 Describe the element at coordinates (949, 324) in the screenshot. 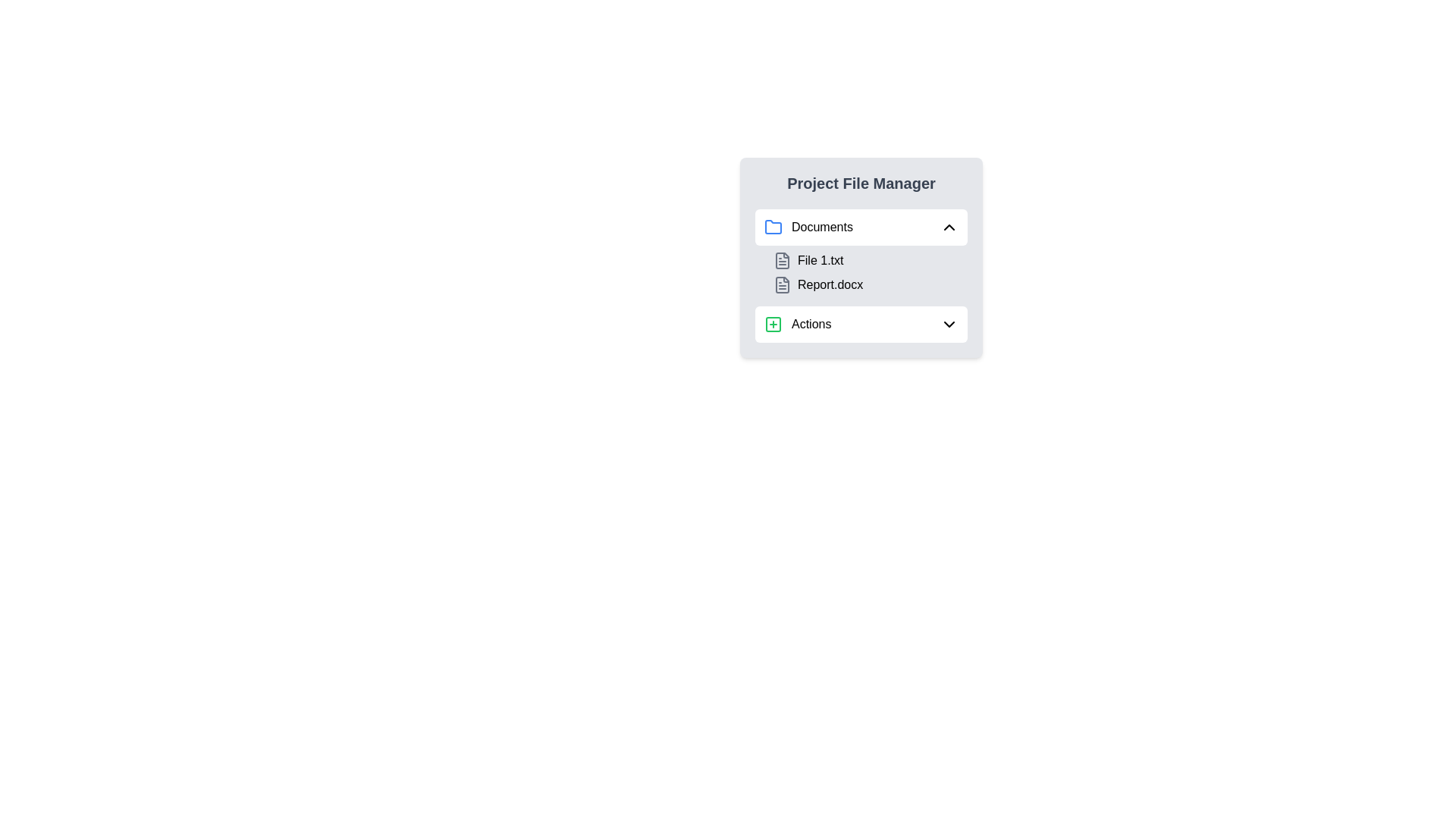

I see `the Chevron icon located within the 'Actions' section` at that location.